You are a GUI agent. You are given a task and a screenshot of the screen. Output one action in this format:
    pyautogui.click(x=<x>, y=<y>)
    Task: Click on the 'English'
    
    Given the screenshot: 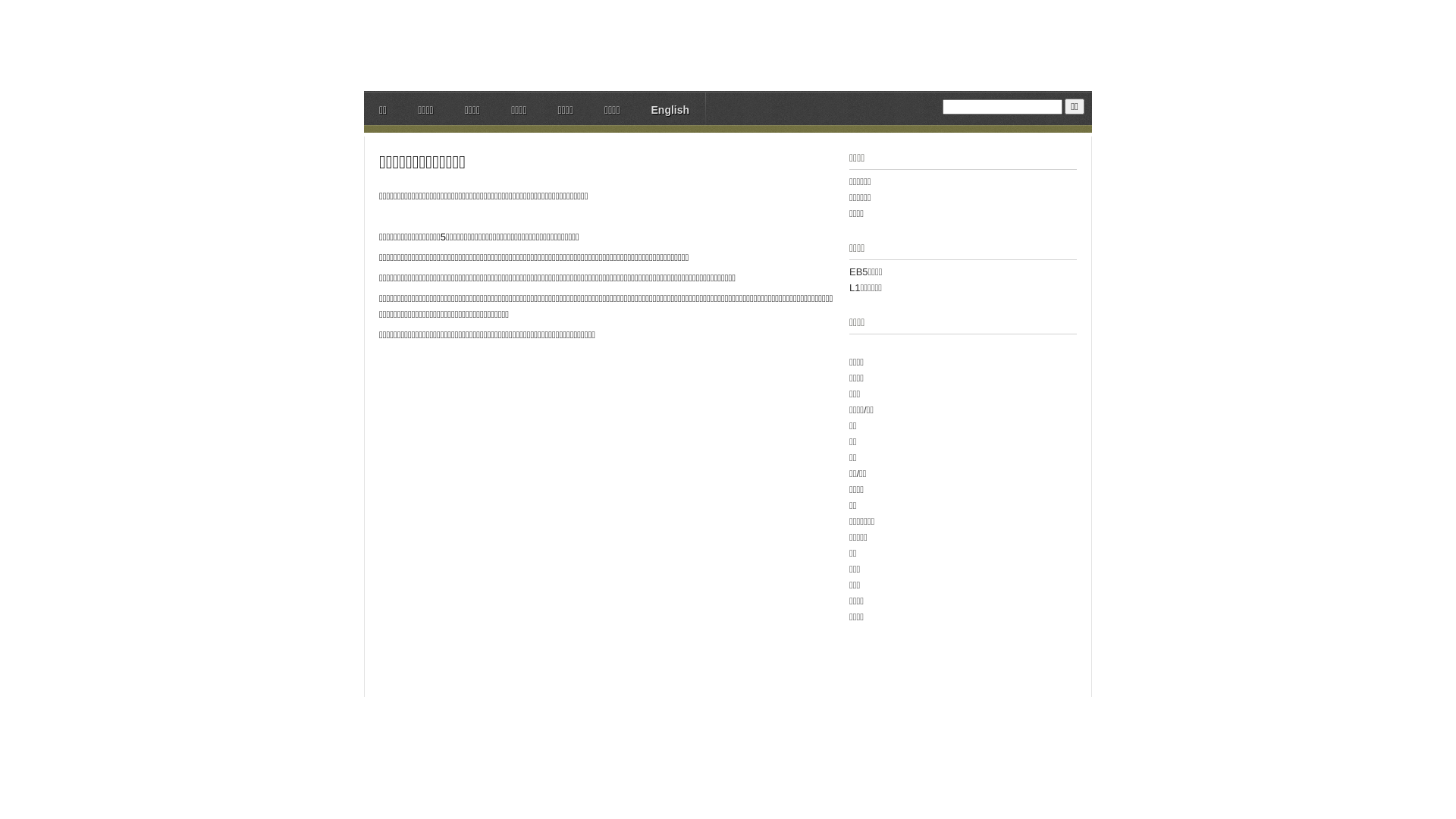 What is the action you would take?
    pyautogui.click(x=669, y=111)
    